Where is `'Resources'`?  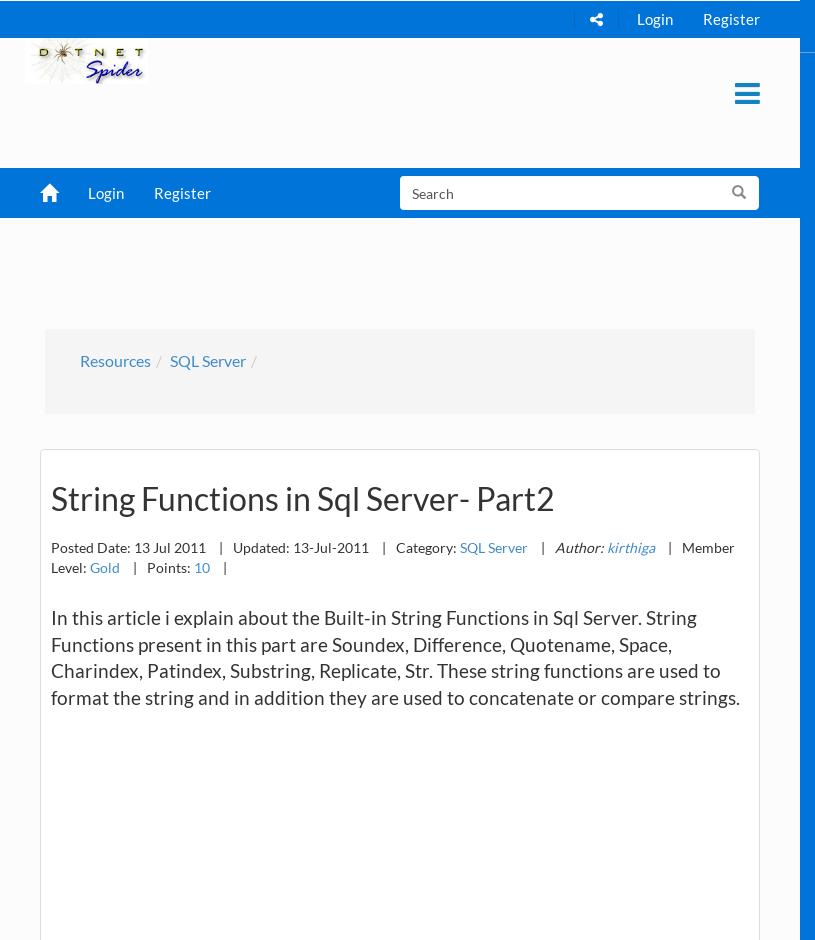
'Resources' is located at coordinates (114, 358).